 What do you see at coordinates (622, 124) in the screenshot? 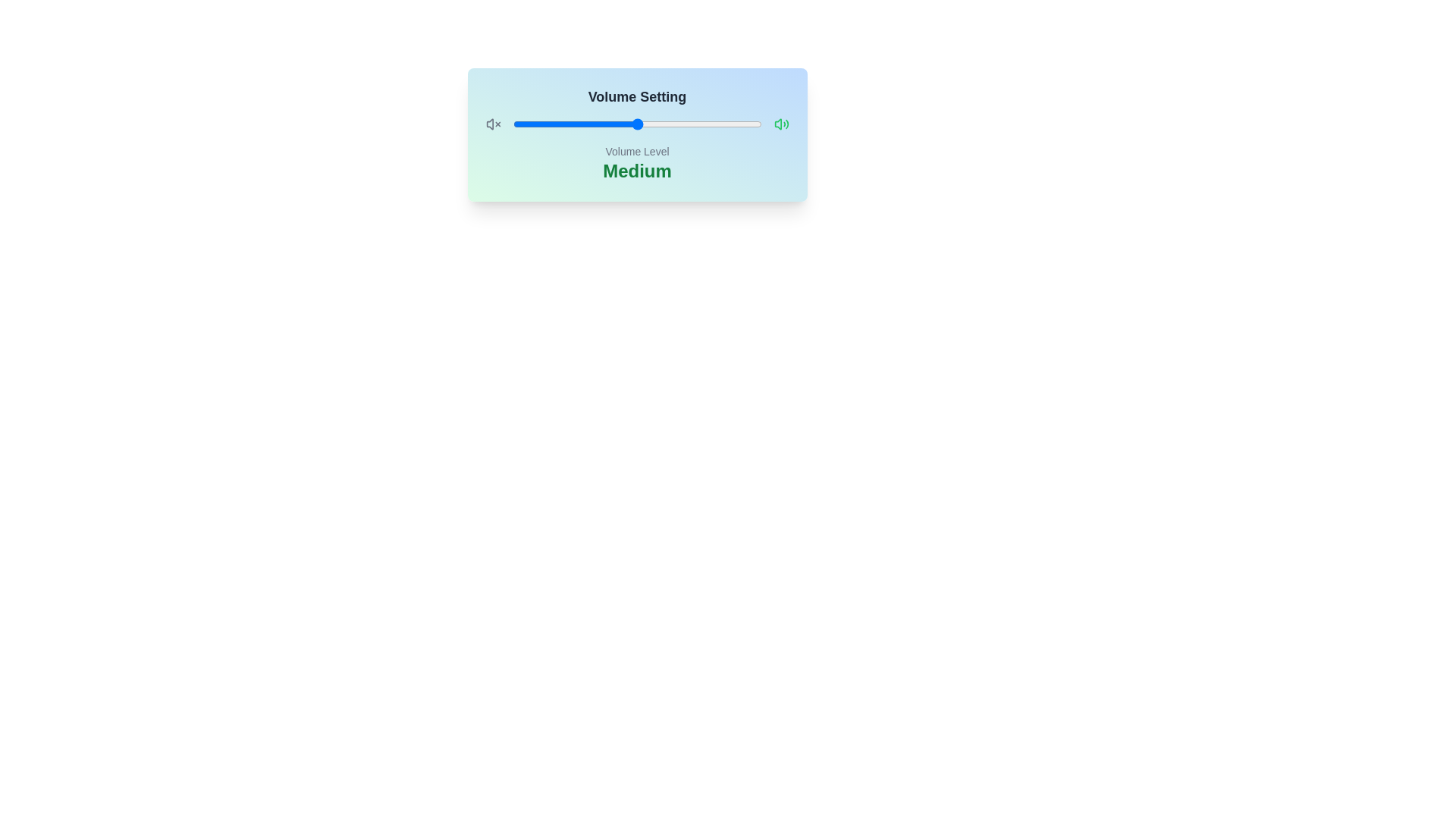
I see `the volume slider to 44%` at bounding box center [622, 124].